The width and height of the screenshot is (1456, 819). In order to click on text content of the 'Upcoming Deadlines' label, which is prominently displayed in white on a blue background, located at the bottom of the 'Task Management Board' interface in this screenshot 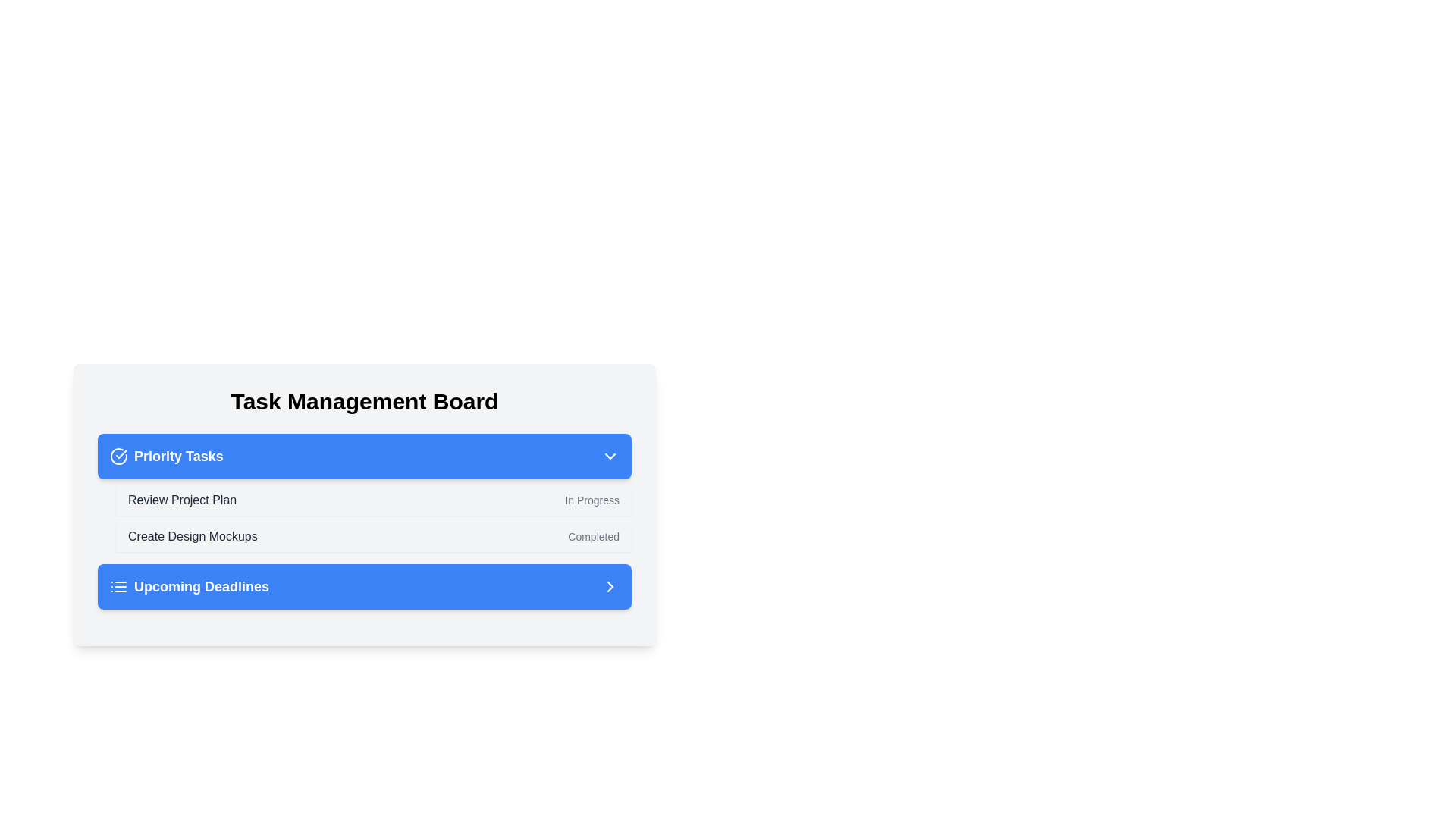, I will do `click(201, 586)`.